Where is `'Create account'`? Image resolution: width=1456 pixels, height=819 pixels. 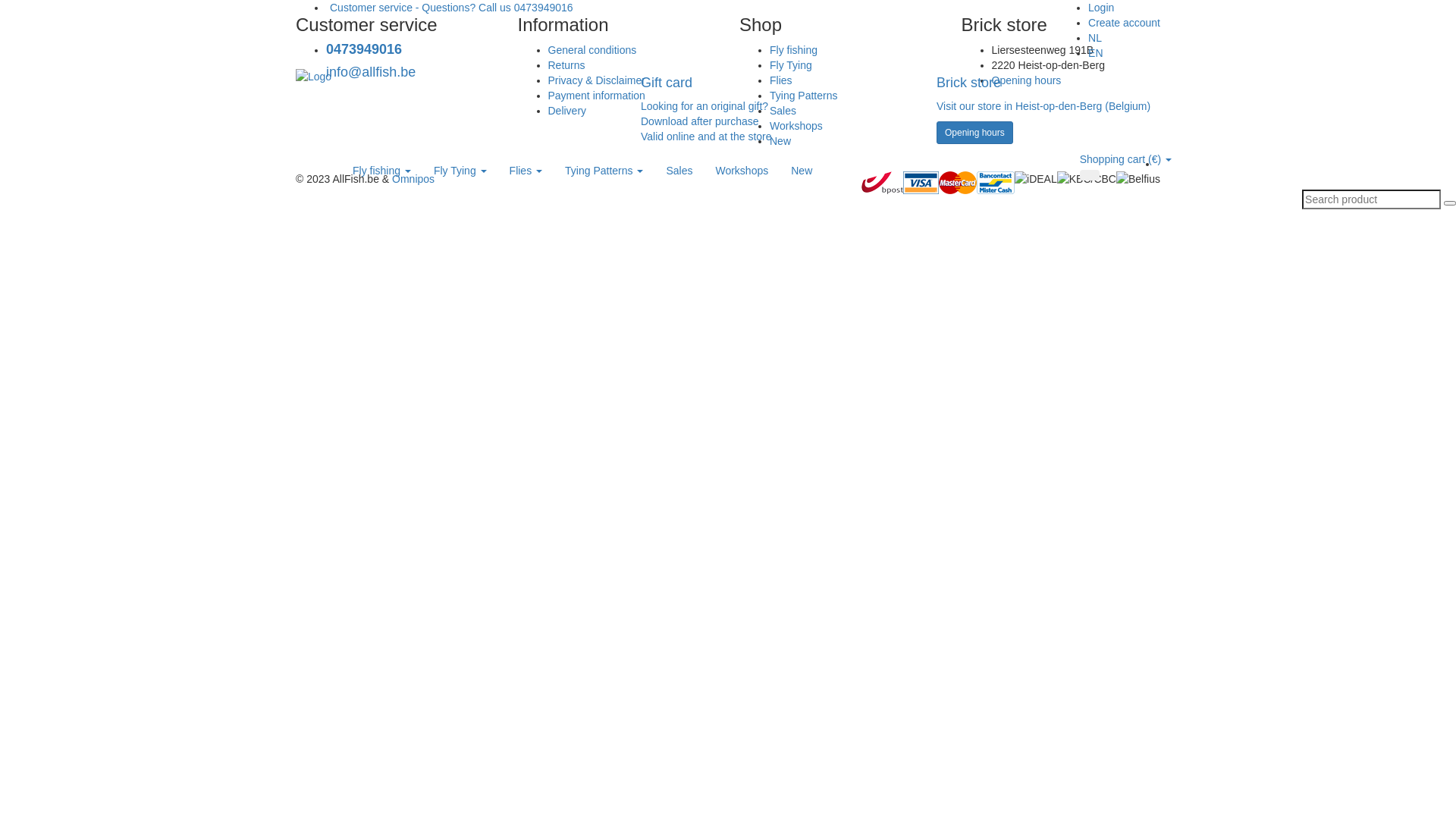 'Create account' is located at coordinates (1124, 23).